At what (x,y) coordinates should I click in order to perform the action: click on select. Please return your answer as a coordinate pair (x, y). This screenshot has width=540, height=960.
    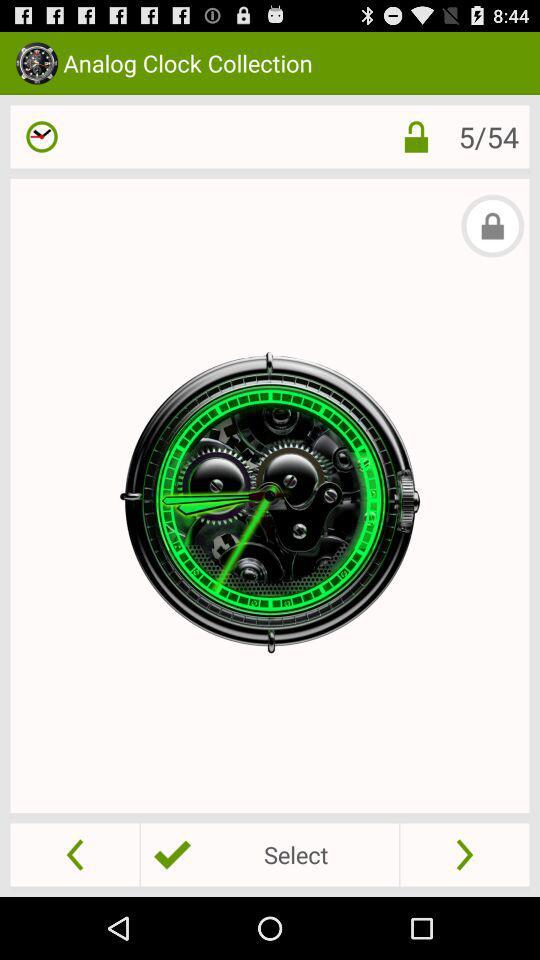
    Looking at the image, I should click on (270, 853).